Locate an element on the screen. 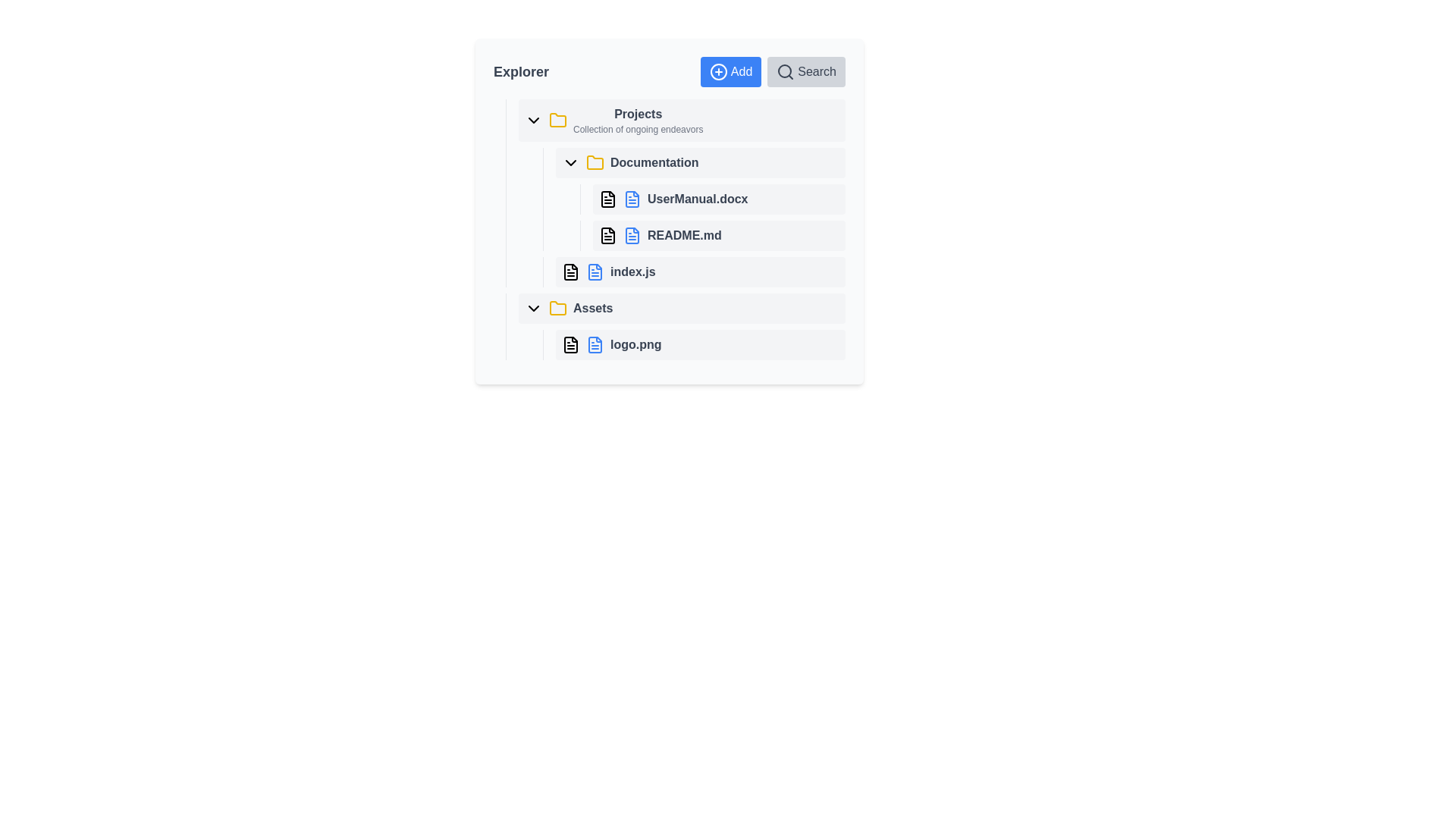  the folder icon representing the 'Assets' section in the file explorer interface is located at coordinates (557, 308).